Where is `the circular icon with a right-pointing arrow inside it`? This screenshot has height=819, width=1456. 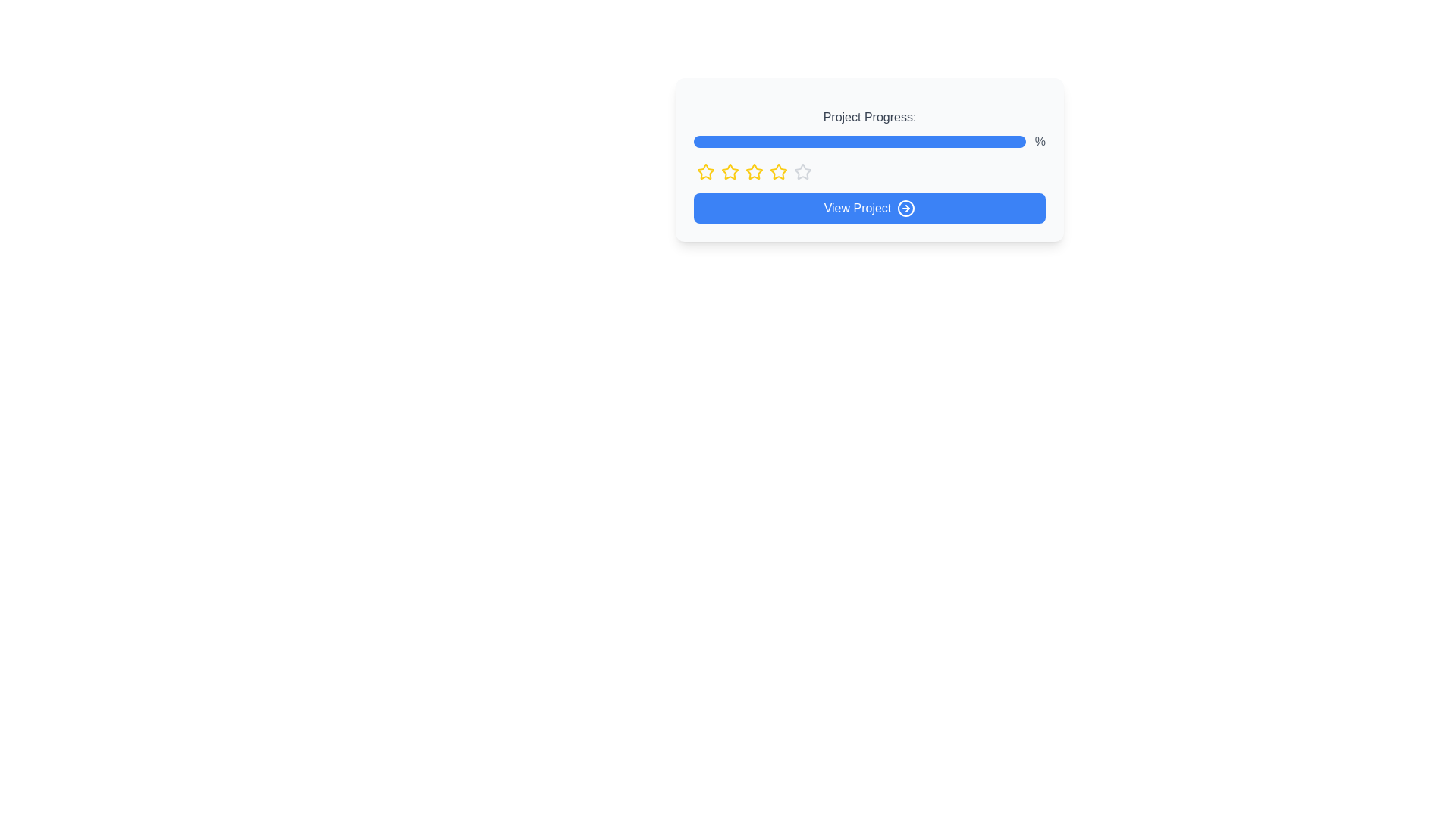
the circular icon with a right-pointing arrow inside it is located at coordinates (906, 208).